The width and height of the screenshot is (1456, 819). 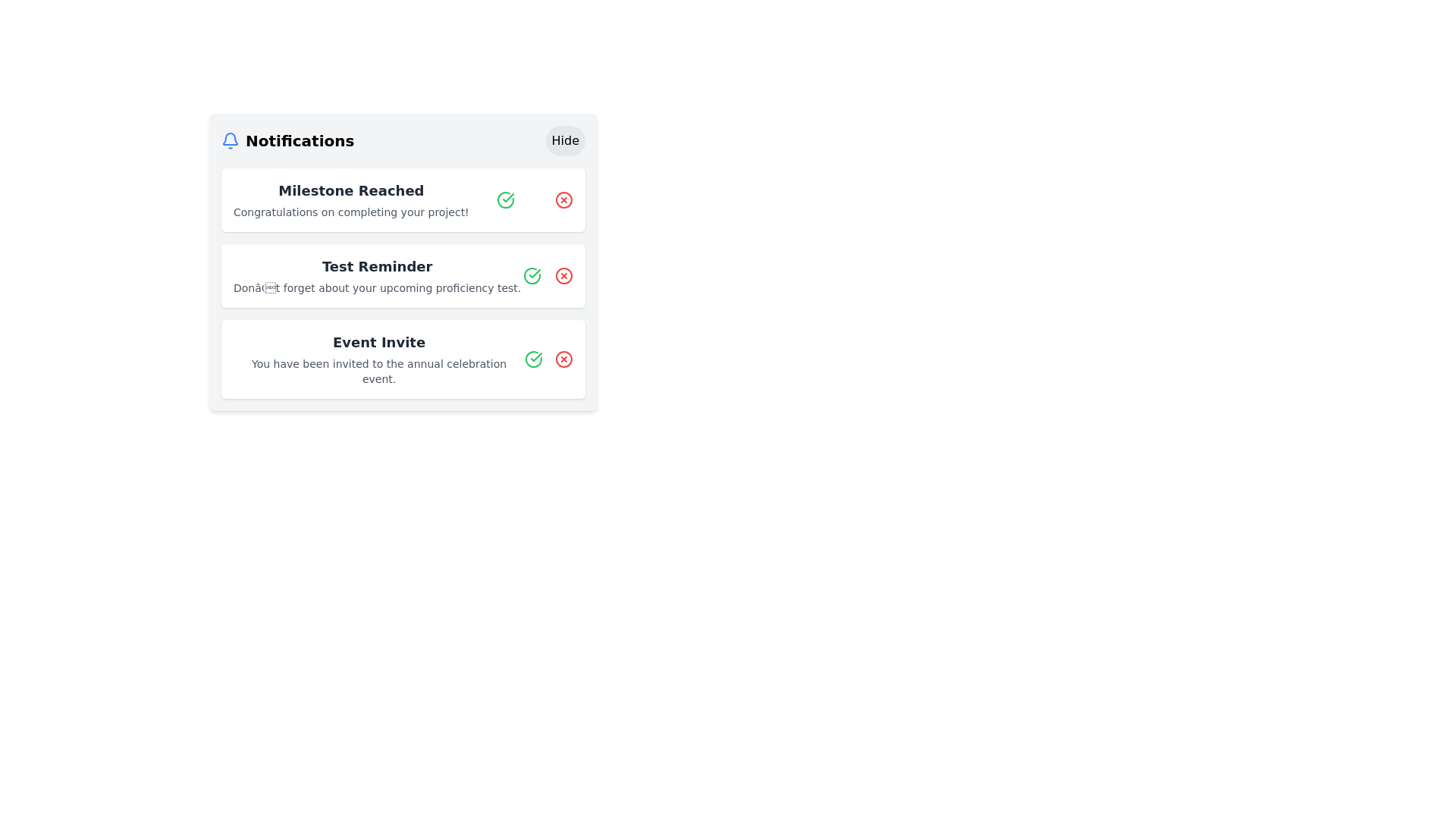 What do you see at coordinates (564, 140) in the screenshot?
I see `the 'Hide' button in the top-right corner of the 'Notifications' header to hide notifications` at bounding box center [564, 140].